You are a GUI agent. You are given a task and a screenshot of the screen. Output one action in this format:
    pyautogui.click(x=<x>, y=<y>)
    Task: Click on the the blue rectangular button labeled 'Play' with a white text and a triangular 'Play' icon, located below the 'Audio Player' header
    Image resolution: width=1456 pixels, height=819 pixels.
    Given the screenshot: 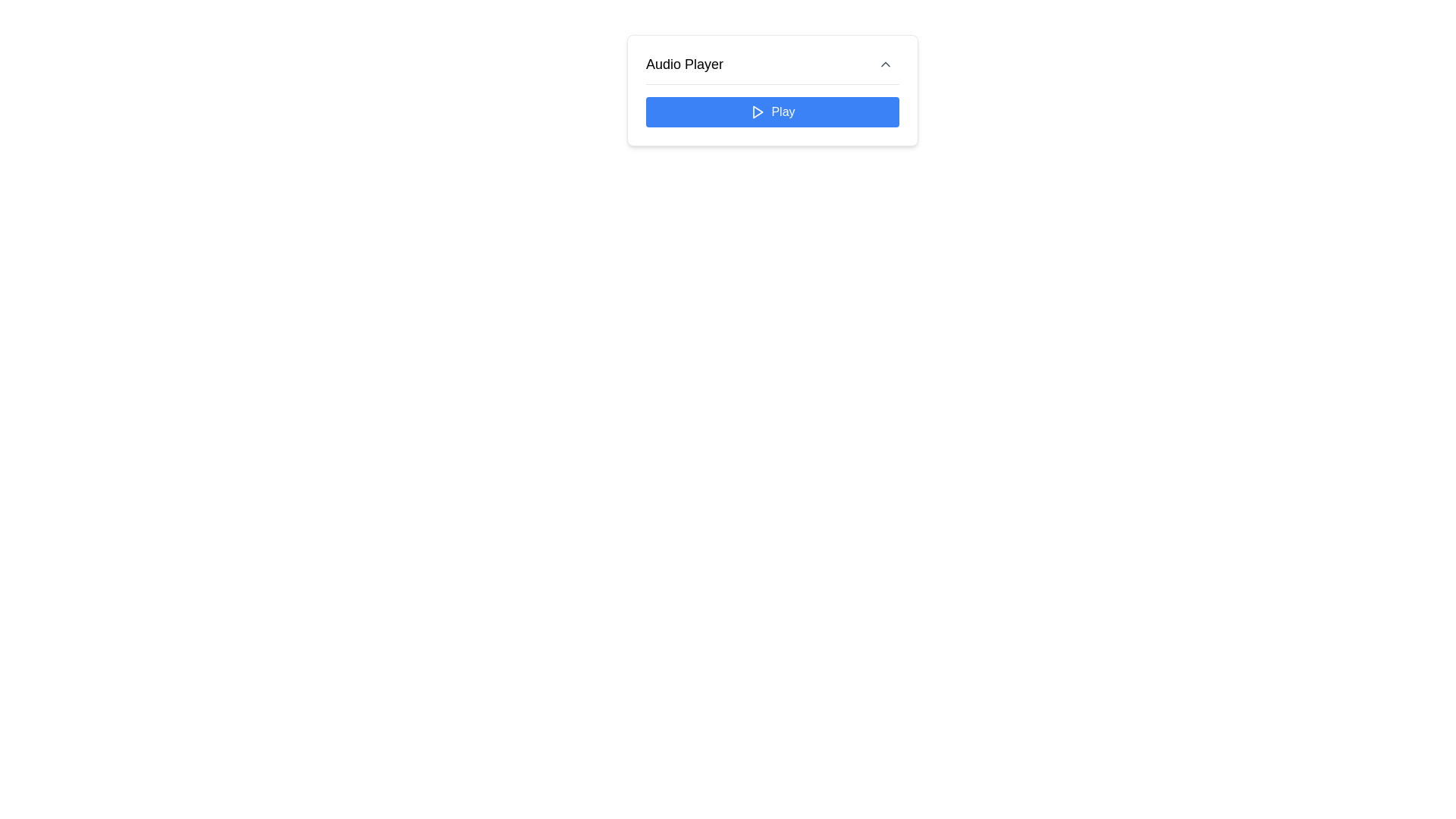 What is the action you would take?
    pyautogui.click(x=772, y=111)
    